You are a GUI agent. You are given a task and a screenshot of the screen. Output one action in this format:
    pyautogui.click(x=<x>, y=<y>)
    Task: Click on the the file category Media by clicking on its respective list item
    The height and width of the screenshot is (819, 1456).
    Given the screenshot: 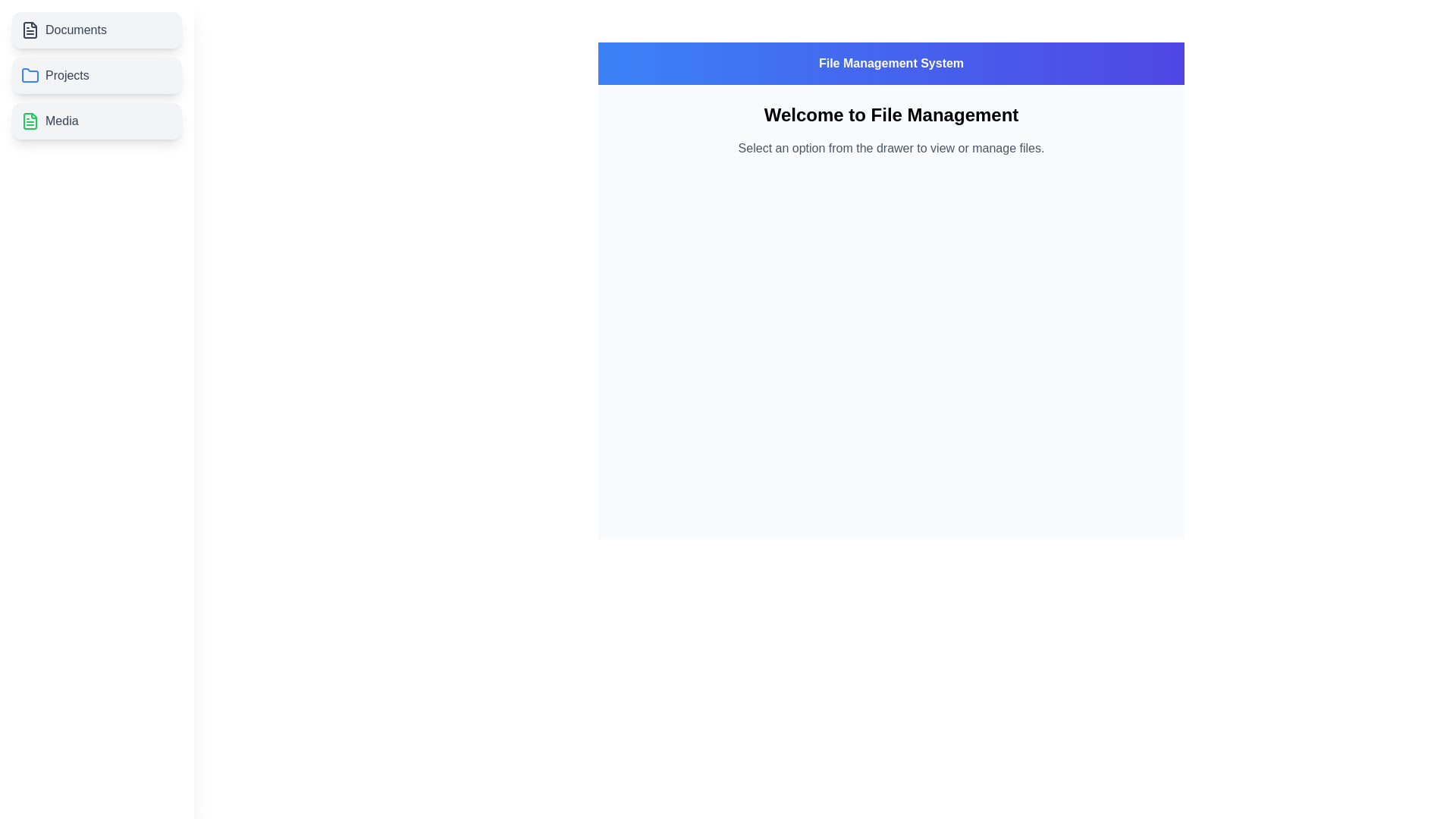 What is the action you would take?
    pyautogui.click(x=96, y=120)
    